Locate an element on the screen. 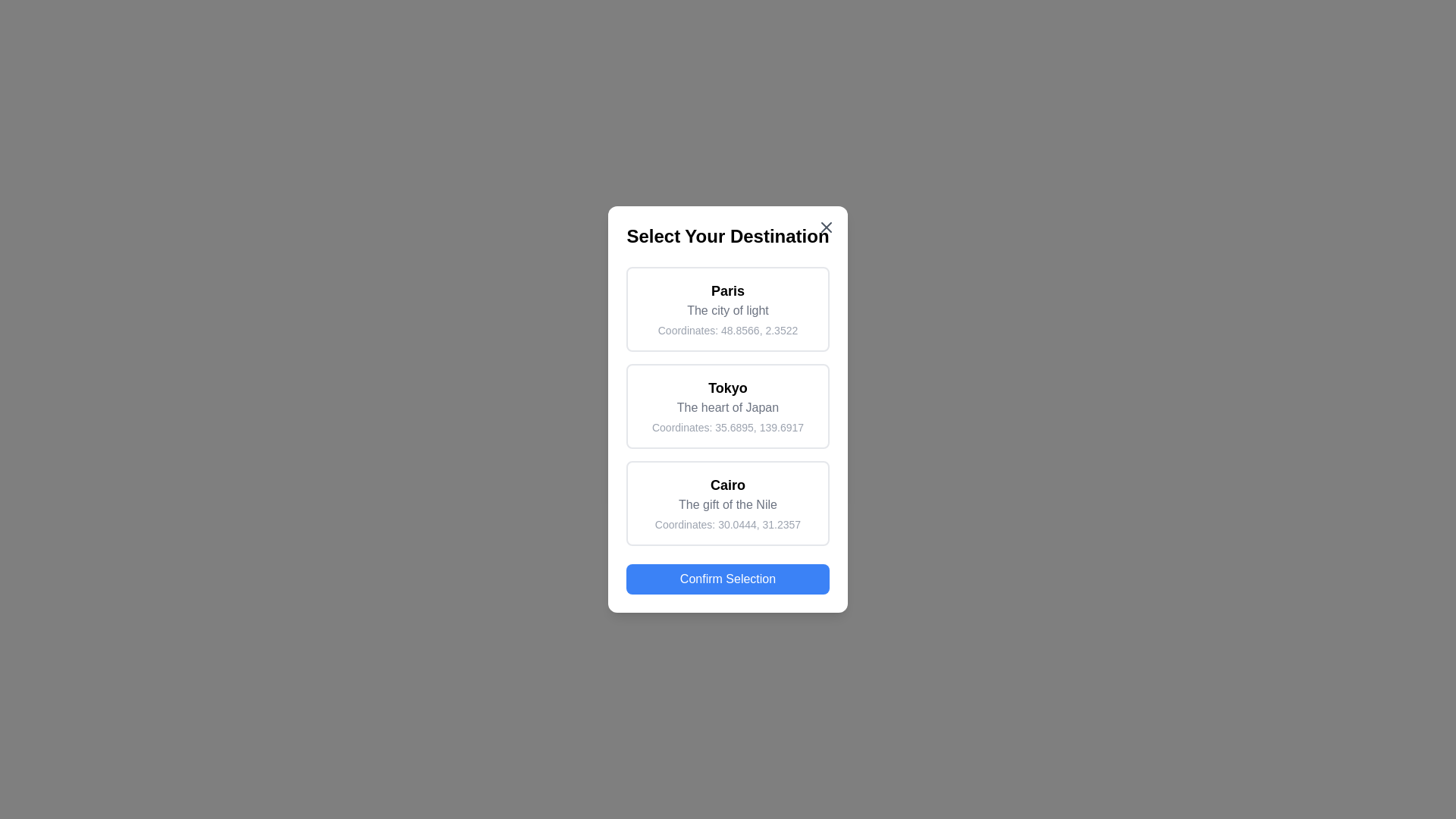  the 'Confirm Selection' button to confirm the selected destination is located at coordinates (728, 579).